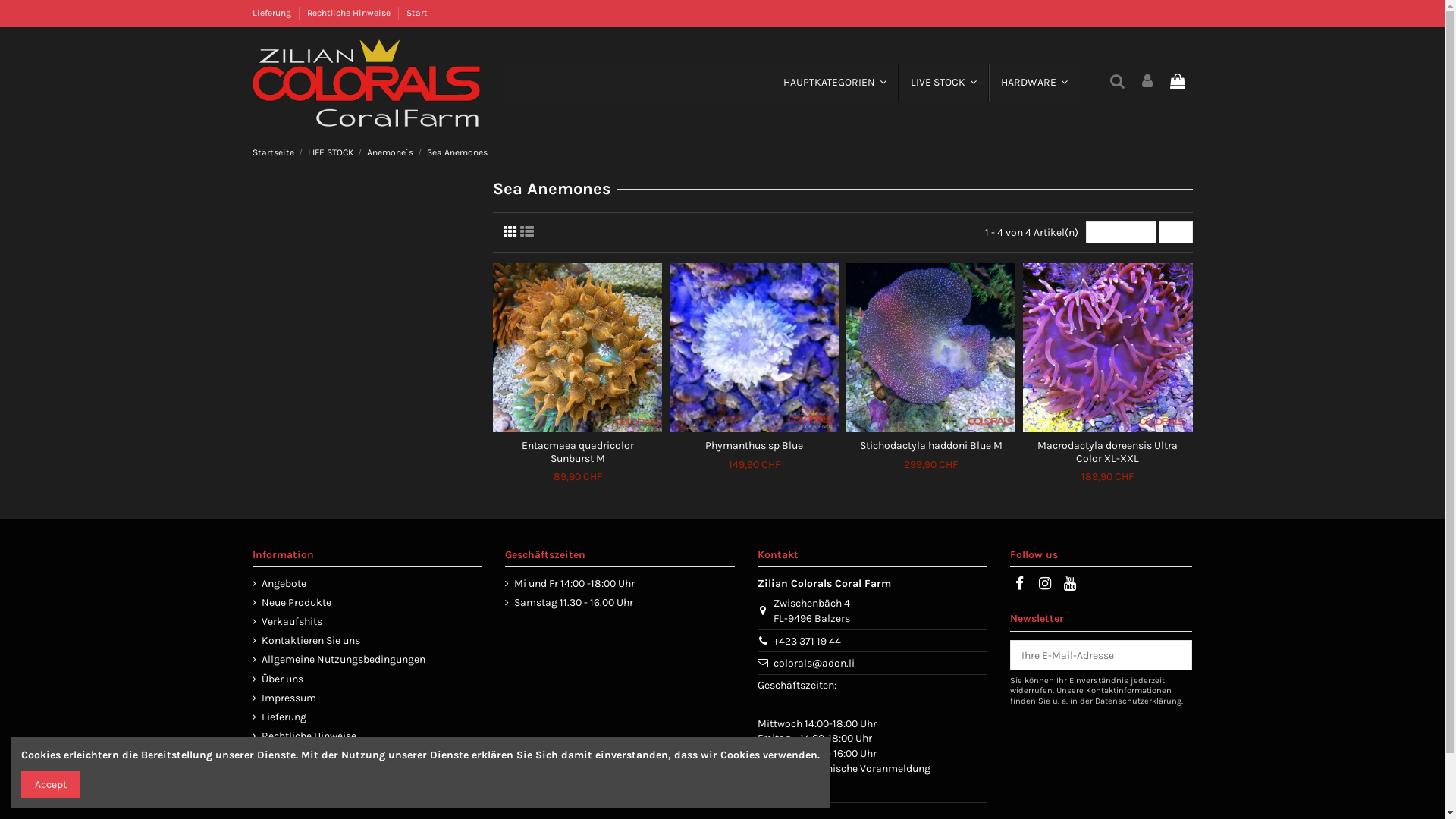 The width and height of the screenshot is (1456, 819). I want to click on 'Impressum', so click(284, 698).